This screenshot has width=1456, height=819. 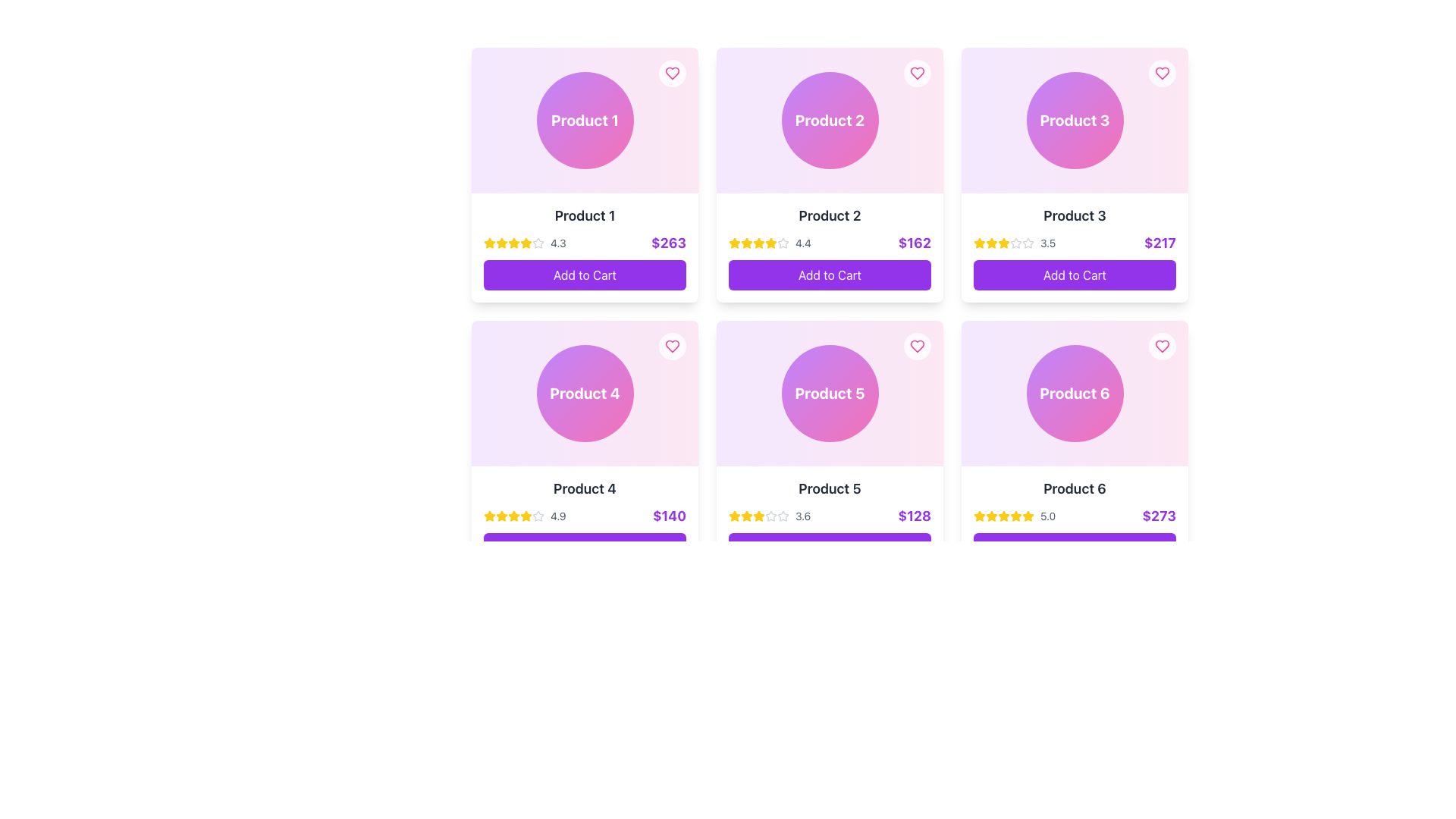 I want to click on the vibrant yellow star-shaped icon indicating a rating for 'Product 2', which is located beside the numeric rating value '4.4', so click(x=735, y=242).